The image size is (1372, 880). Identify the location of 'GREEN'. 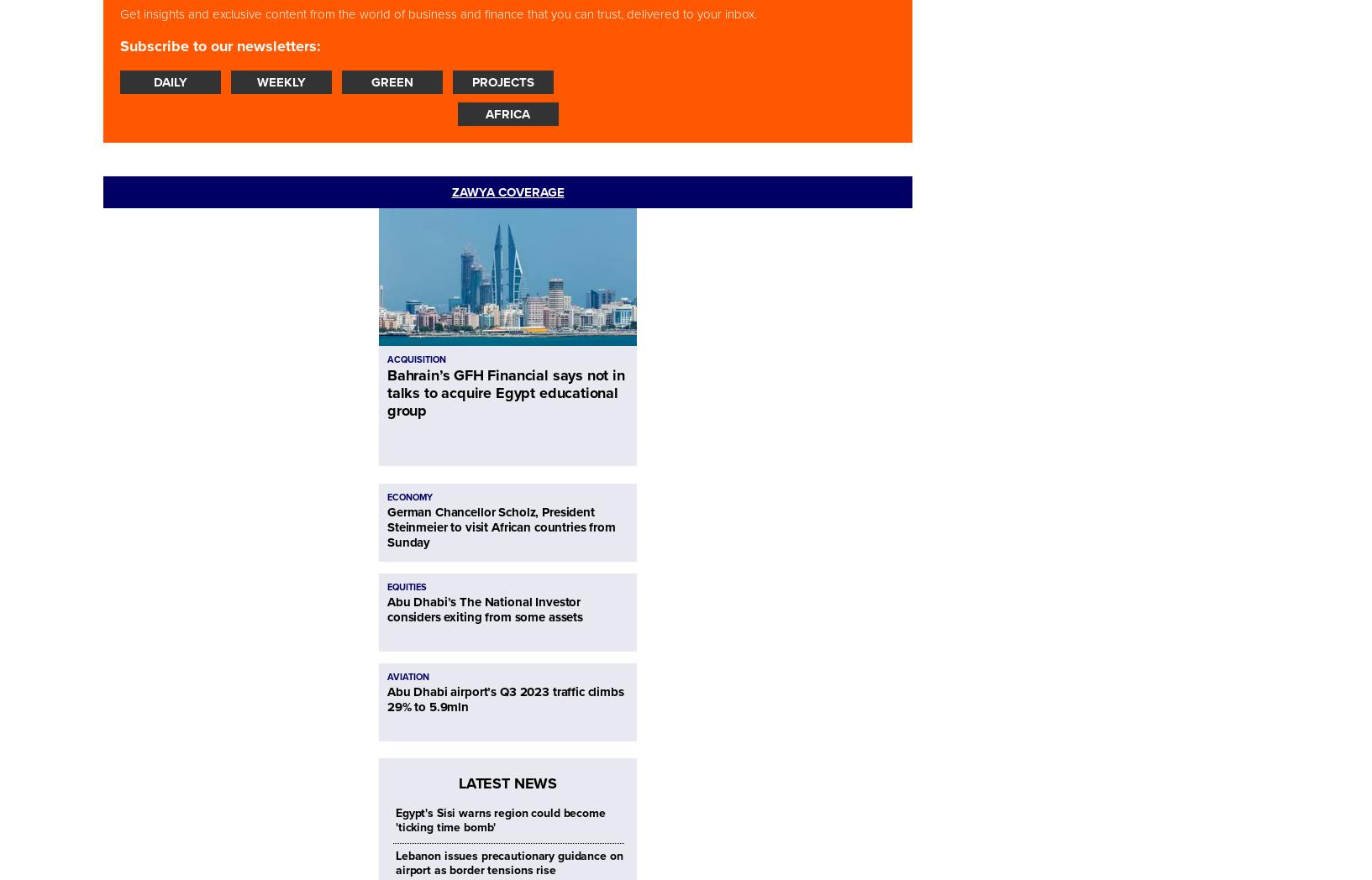
(392, 81).